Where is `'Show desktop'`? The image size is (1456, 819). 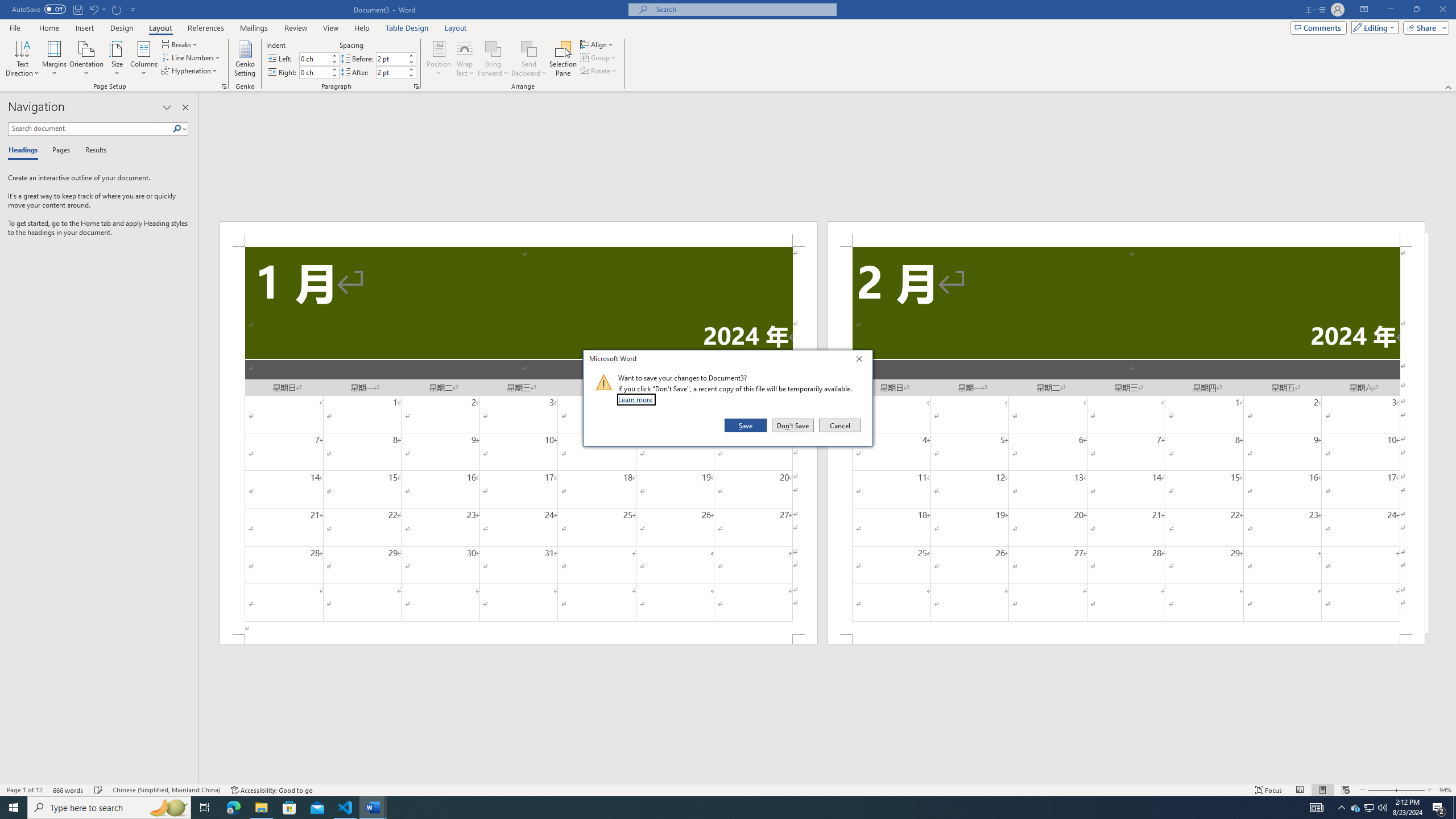 'Show desktop' is located at coordinates (1454, 806).